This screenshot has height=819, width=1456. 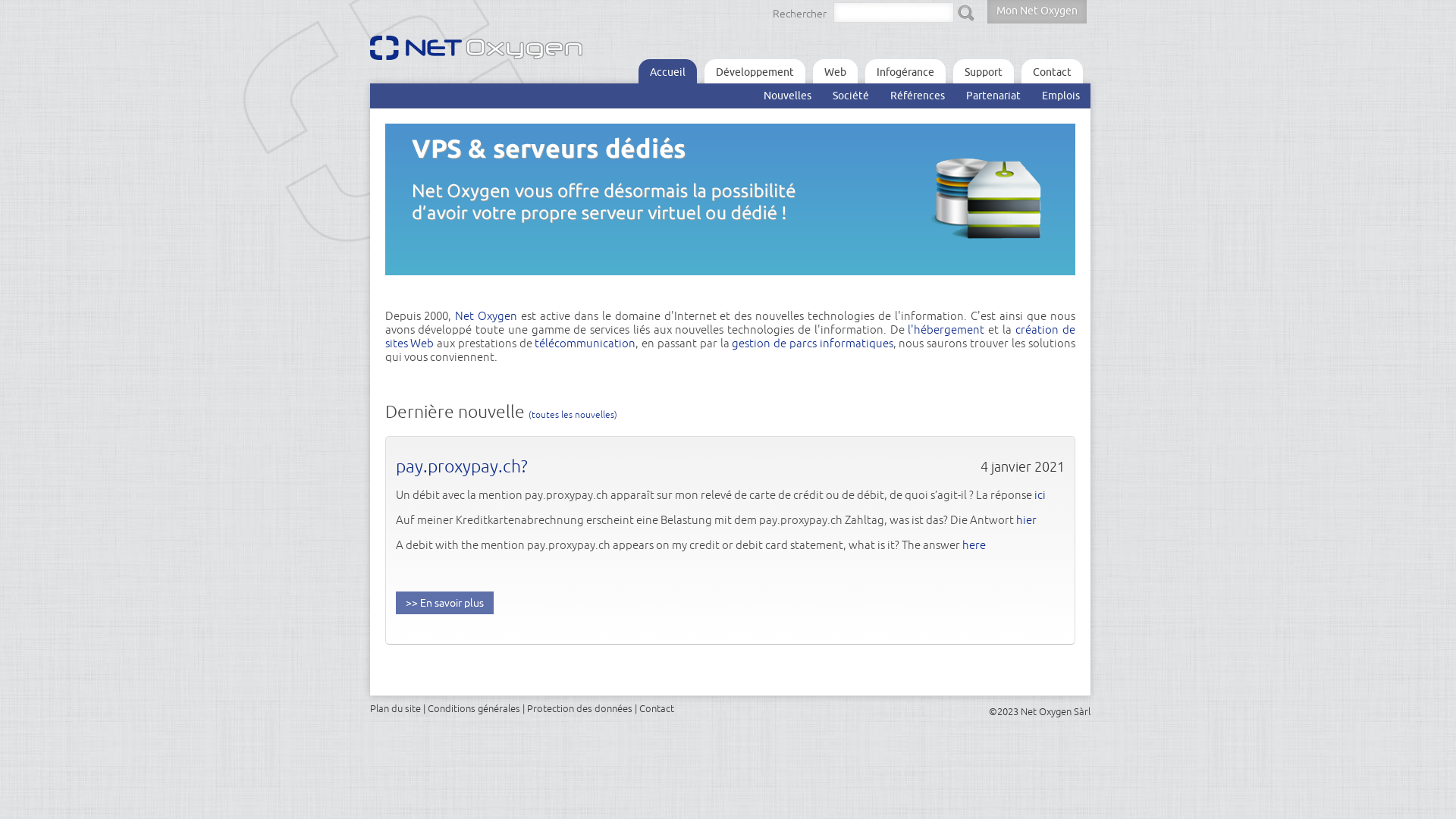 I want to click on 'Net Oxygen logo', so click(x=488, y=51).